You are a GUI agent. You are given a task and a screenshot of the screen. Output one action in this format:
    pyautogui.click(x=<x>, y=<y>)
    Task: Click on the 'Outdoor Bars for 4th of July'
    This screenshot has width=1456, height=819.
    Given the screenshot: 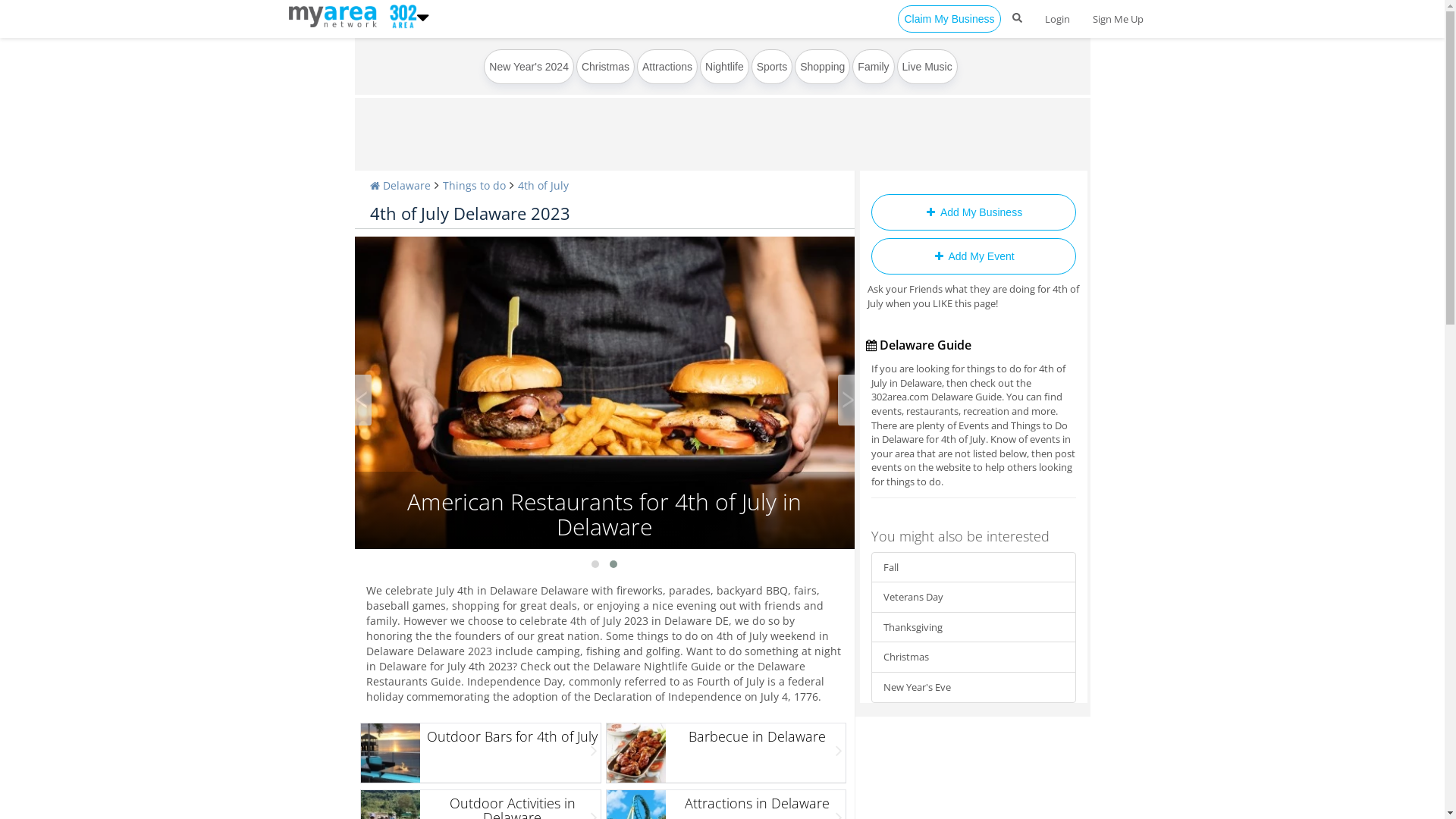 What is the action you would take?
    pyautogui.click(x=479, y=752)
    